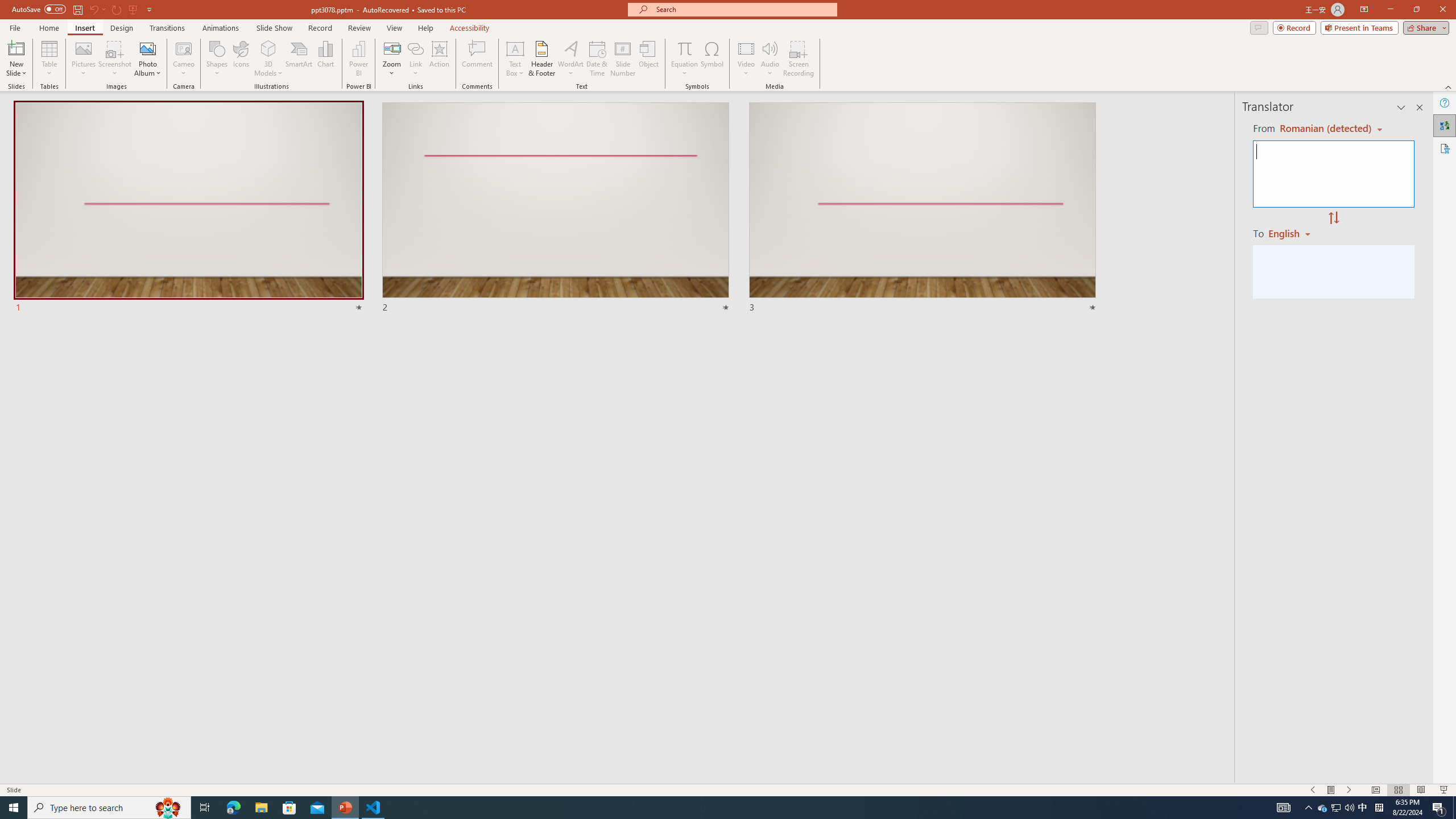 Image resolution: width=1456 pixels, height=819 pixels. Describe the element at coordinates (684, 59) in the screenshot. I see `'Equation'` at that location.